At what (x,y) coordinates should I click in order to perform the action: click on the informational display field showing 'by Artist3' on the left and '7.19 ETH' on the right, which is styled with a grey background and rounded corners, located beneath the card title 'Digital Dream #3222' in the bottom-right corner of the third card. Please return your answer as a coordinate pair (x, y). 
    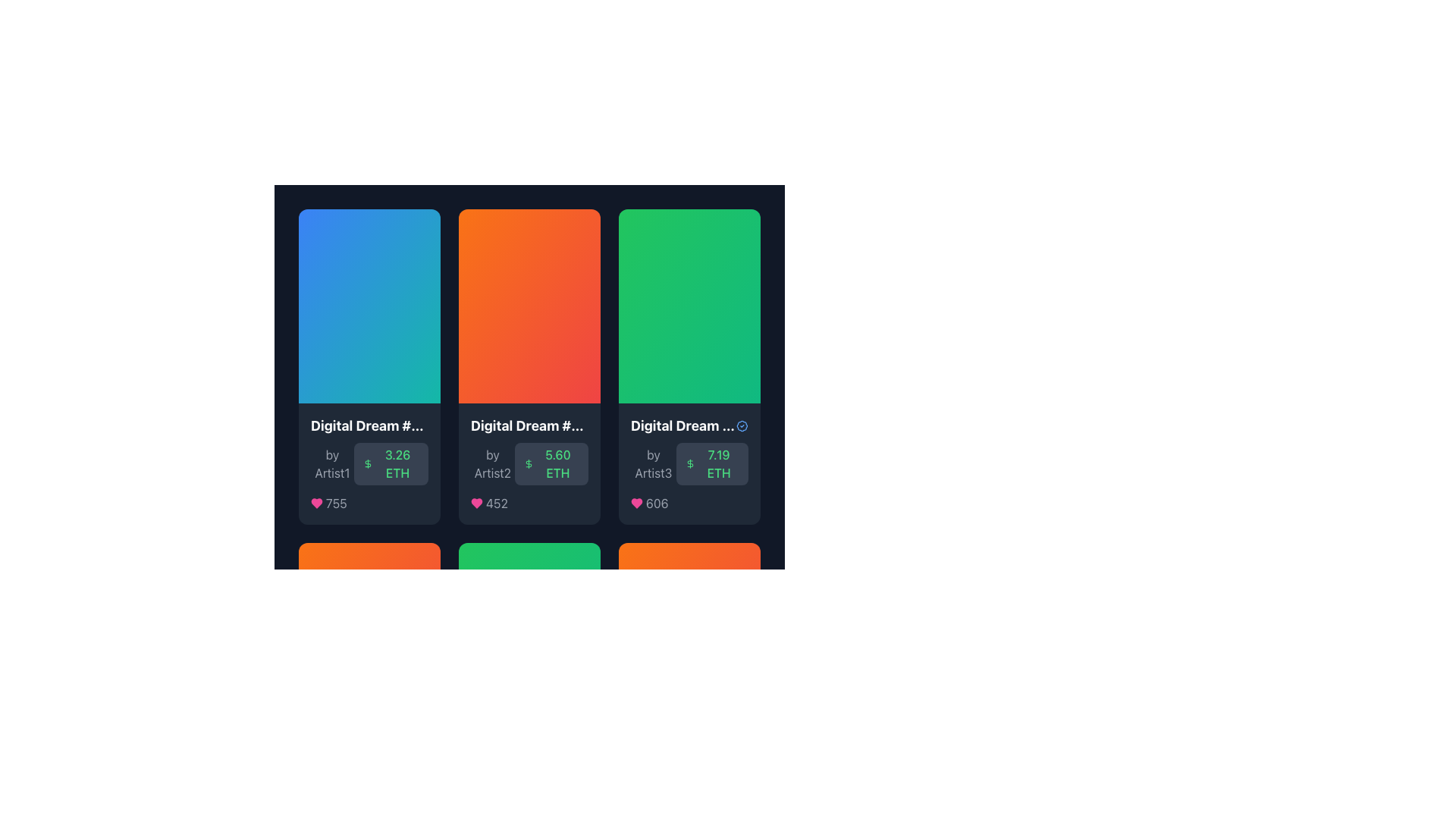
    Looking at the image, I should click on (689, 463).